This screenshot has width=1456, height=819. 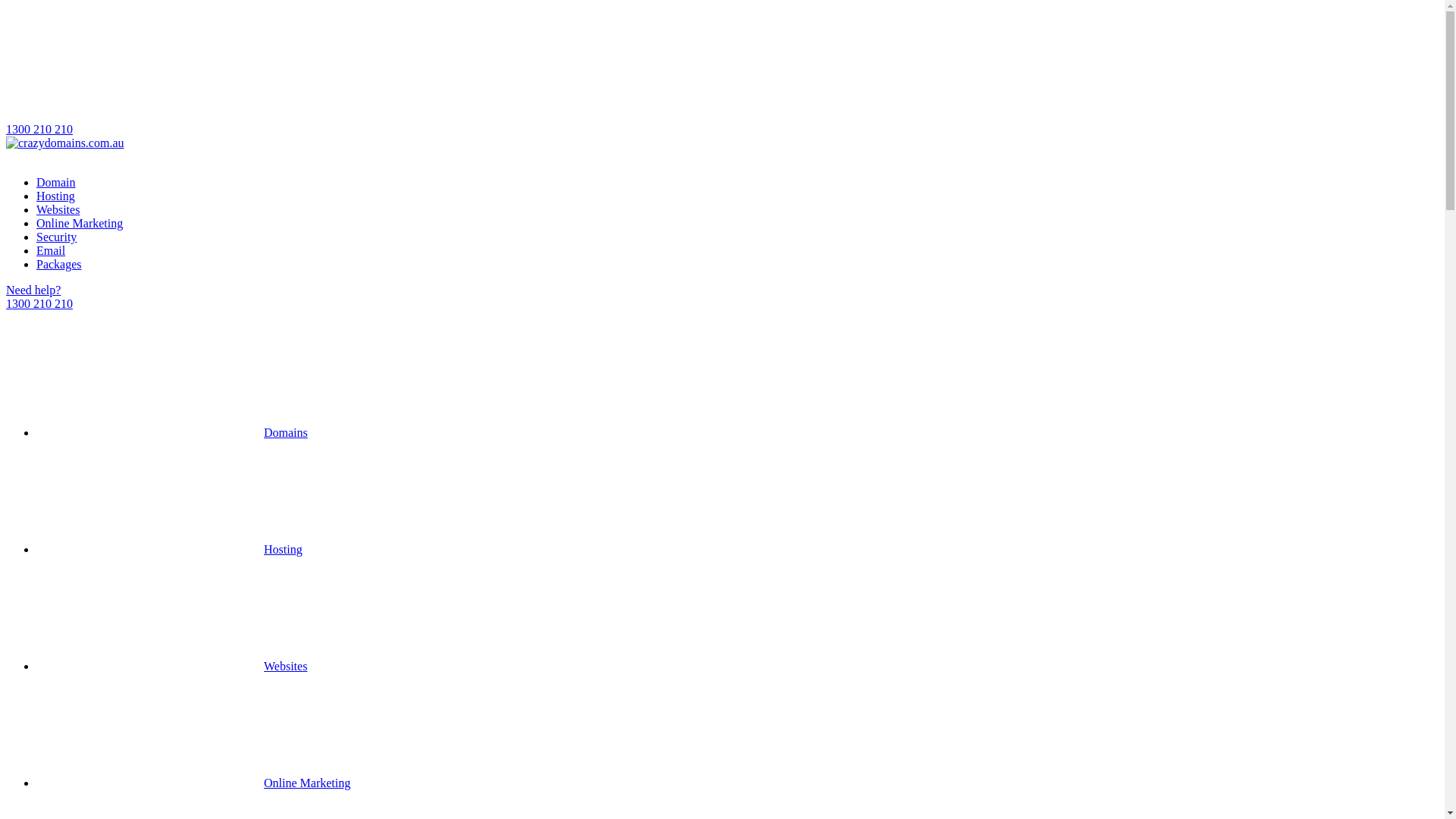 I want to click on 'Websites', so click(x=36, y=209).